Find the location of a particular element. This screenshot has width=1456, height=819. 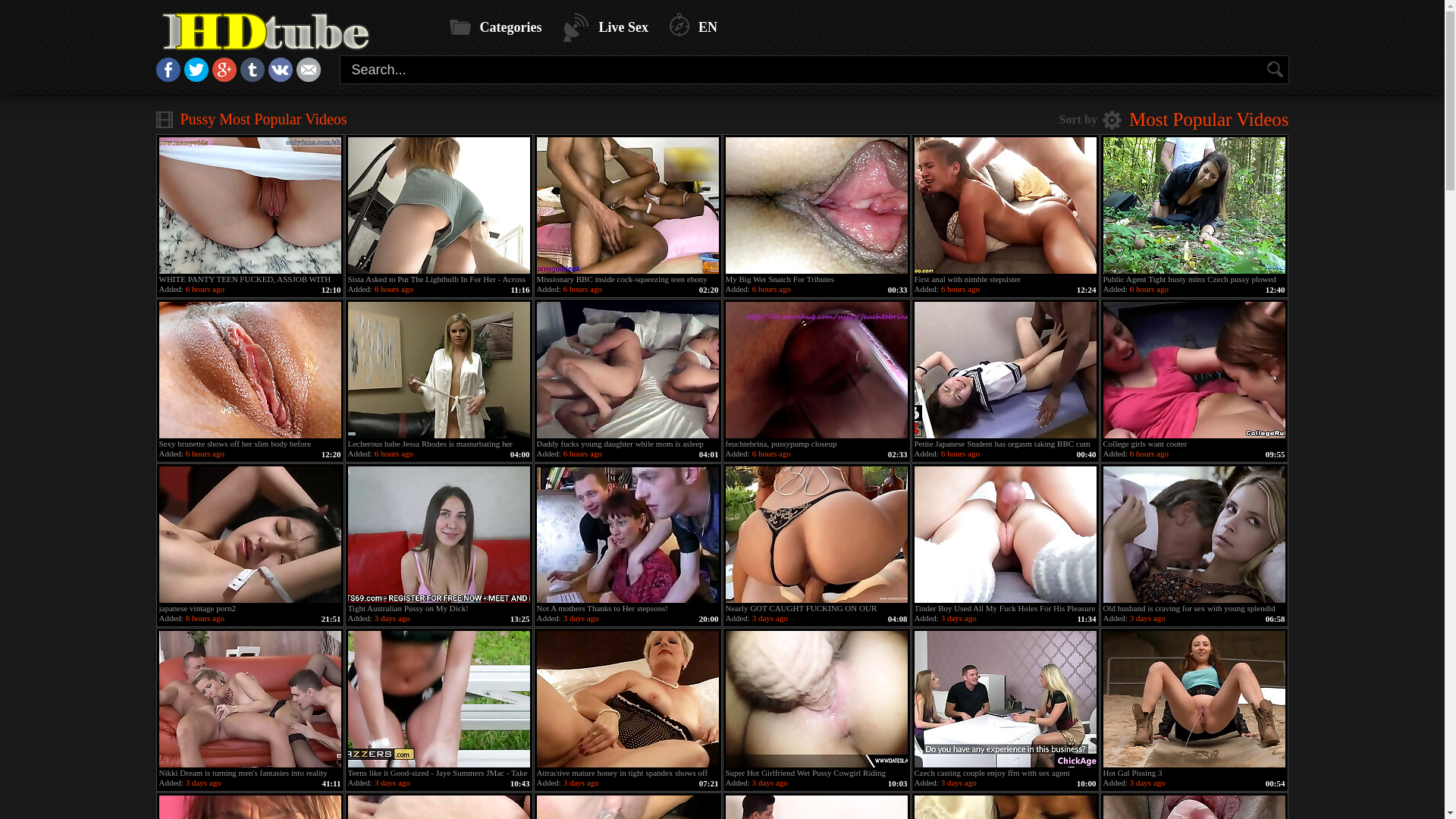

'Share on VK' is located at coordinates (280, 77).